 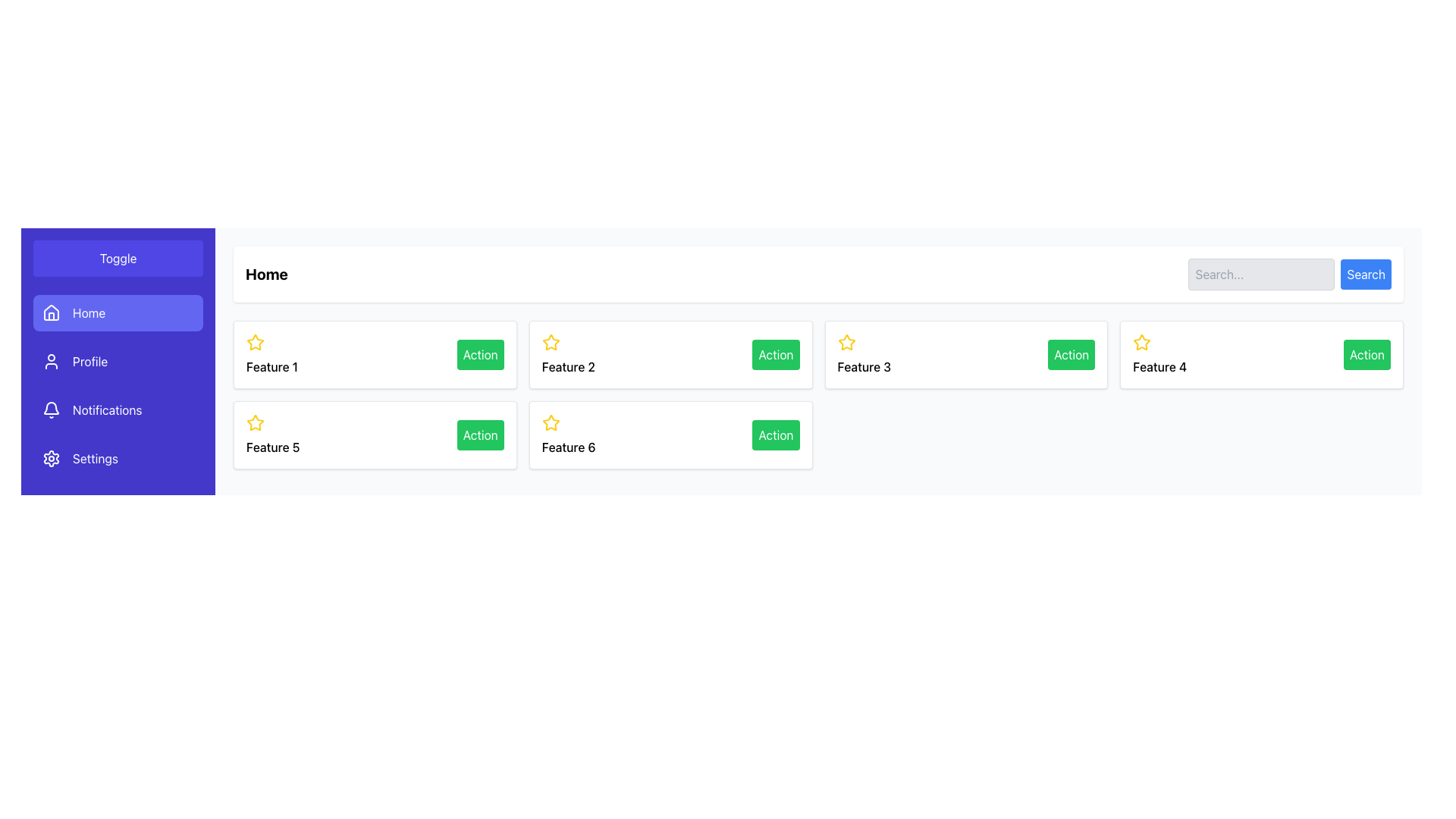 What do you see at coordinates (255, 423) in the screenshot?
I see `the star icon in the second row of the grid associated with 'Feature 5'` at bounding box center [255, 423].